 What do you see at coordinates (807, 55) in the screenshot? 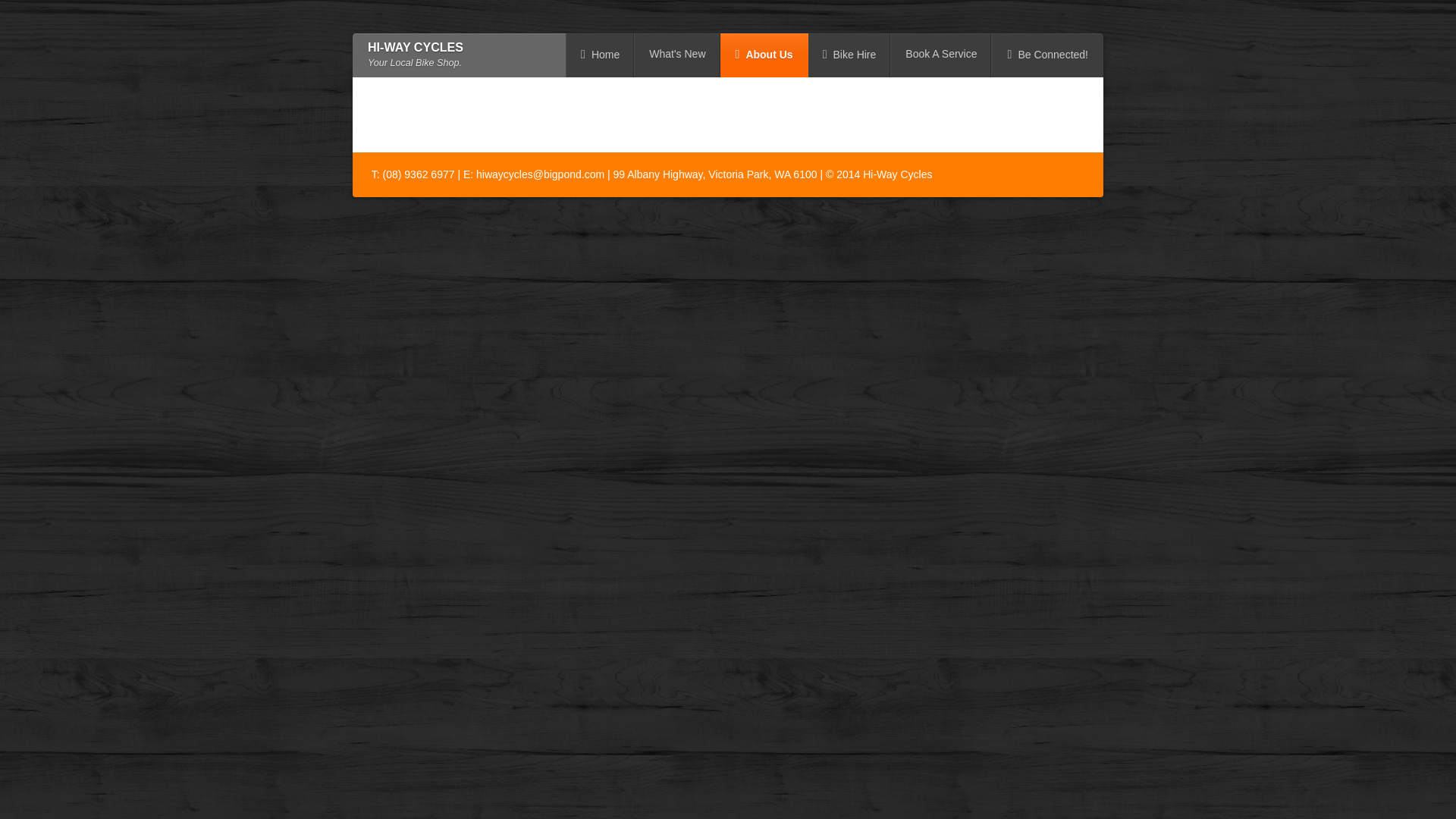
I see `'Bike Hire'` at bounding box center [807, 55].